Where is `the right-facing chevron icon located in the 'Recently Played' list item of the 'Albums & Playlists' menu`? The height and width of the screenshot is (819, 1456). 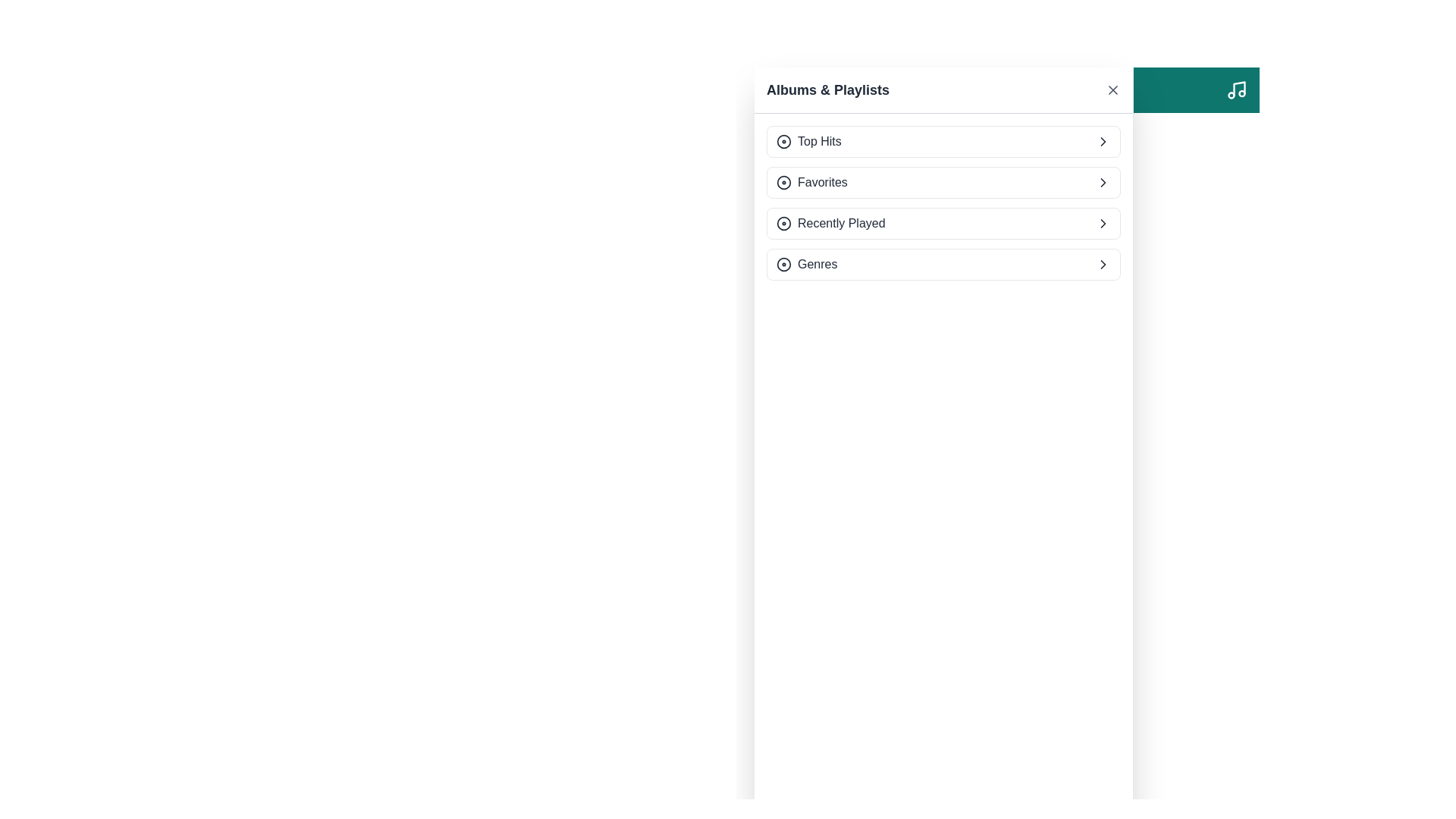
the right-facing chevron icon located in the 'Recently Played' list item of the 'Albums & Playlists' menu is located at coordinates (1103, 223).